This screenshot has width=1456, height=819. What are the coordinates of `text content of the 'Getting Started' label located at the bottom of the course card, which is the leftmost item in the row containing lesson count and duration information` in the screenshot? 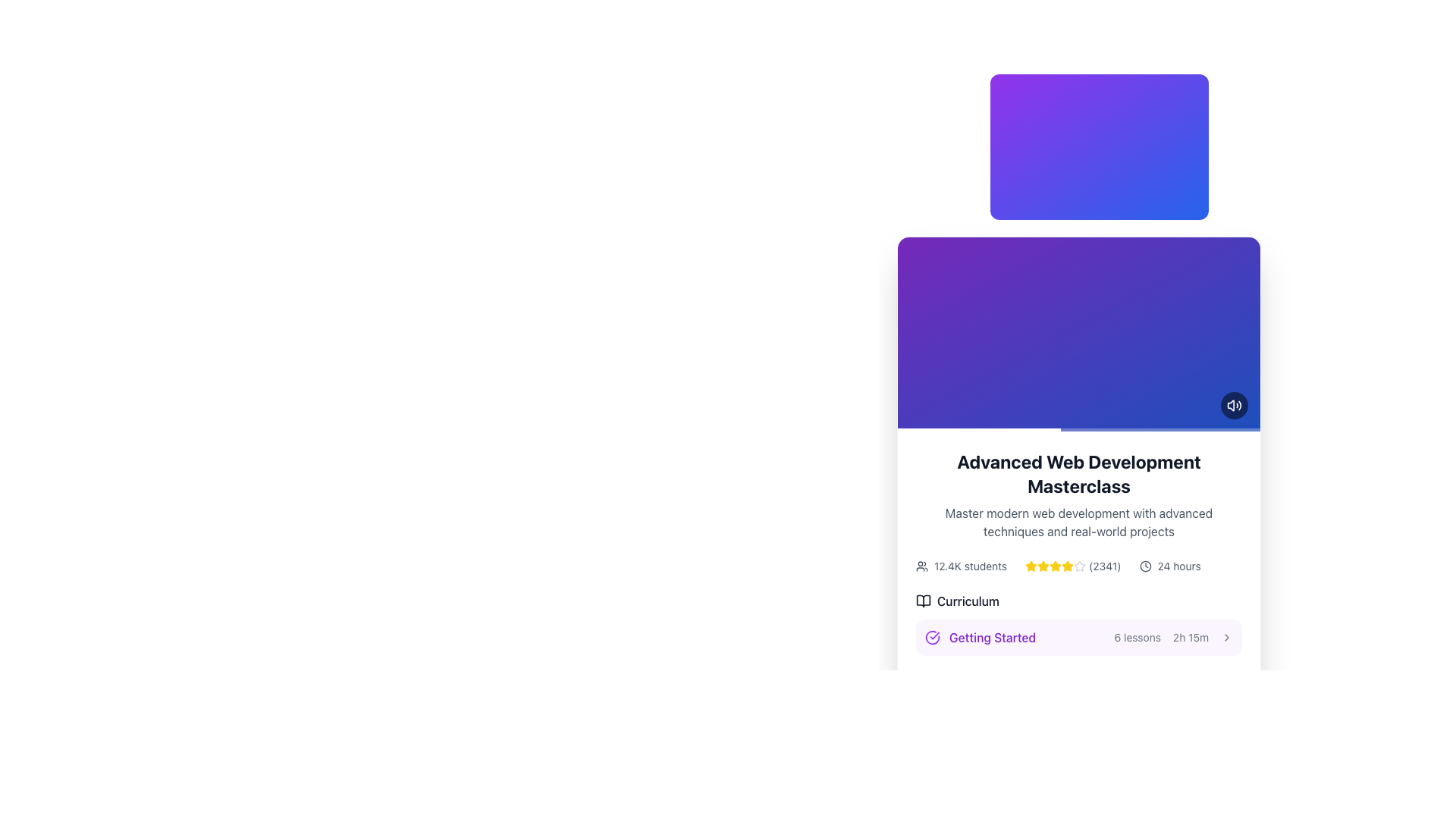 It's located at (981, 637).